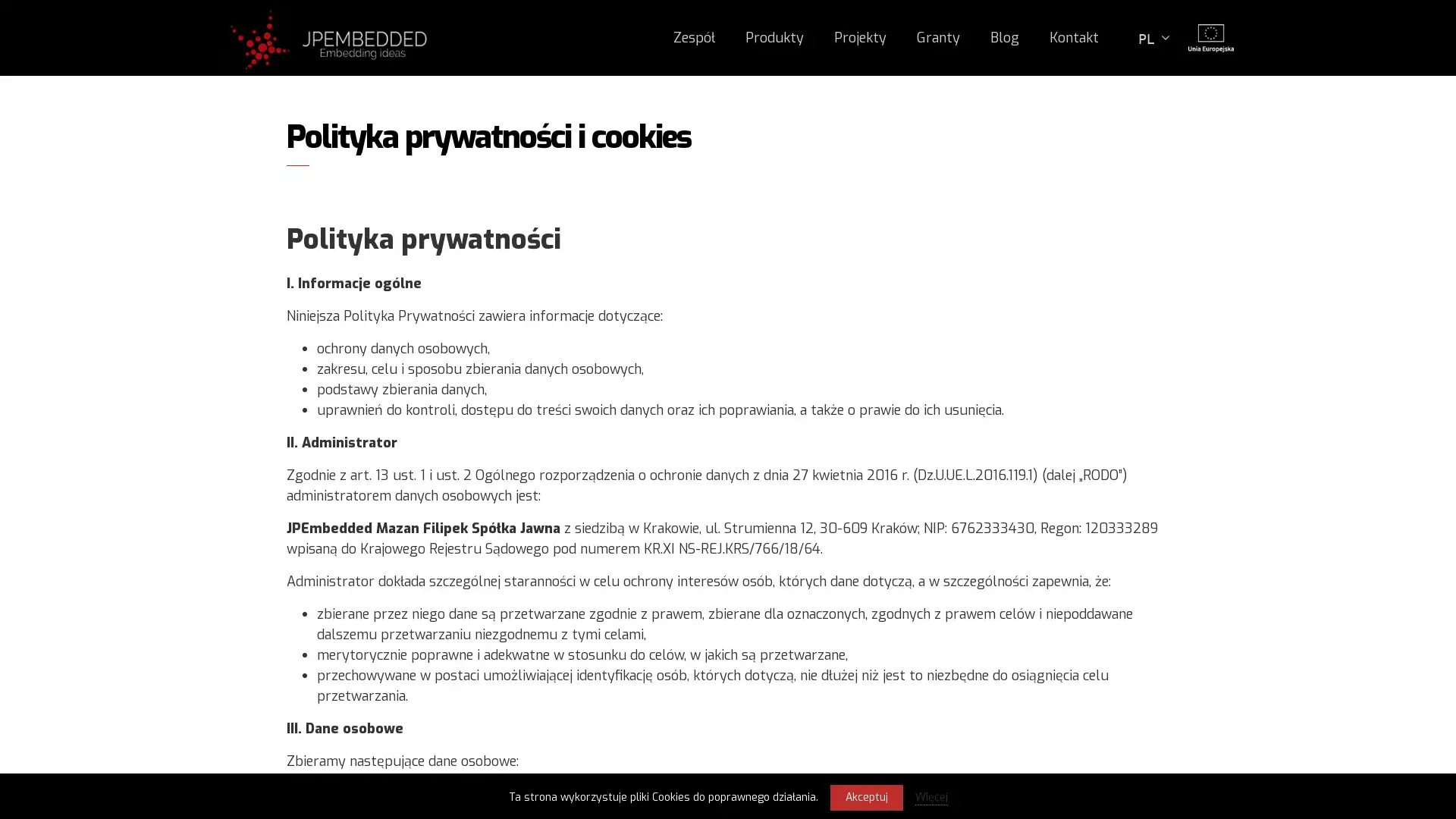 This screenshot has height=819, width=1456. What do you see at coordinates (1153, 36) in the screenshot?
I see `PL` at bounding box center [1153, 36].